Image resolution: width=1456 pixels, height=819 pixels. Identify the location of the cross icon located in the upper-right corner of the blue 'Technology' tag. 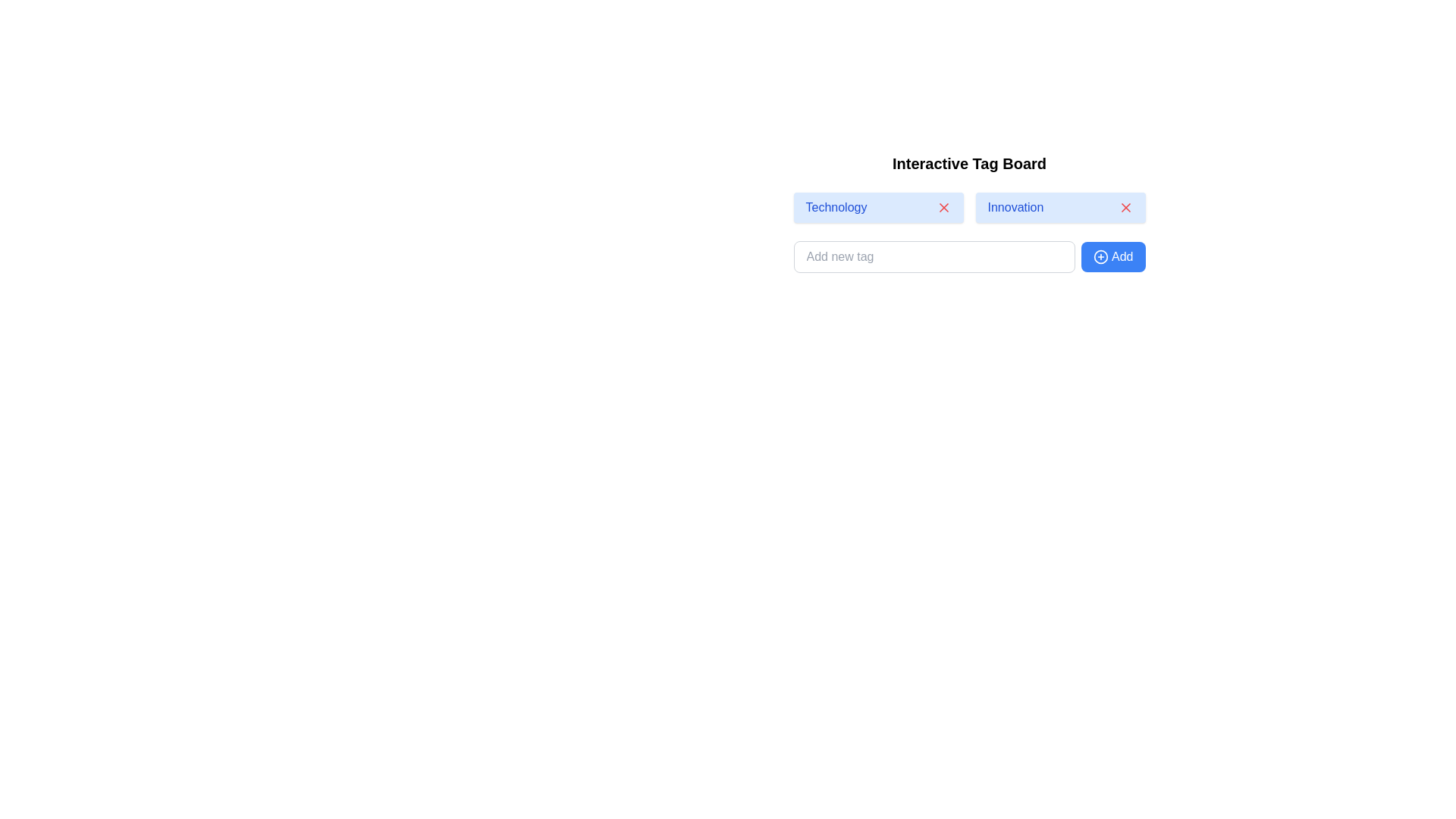
(943, 207).